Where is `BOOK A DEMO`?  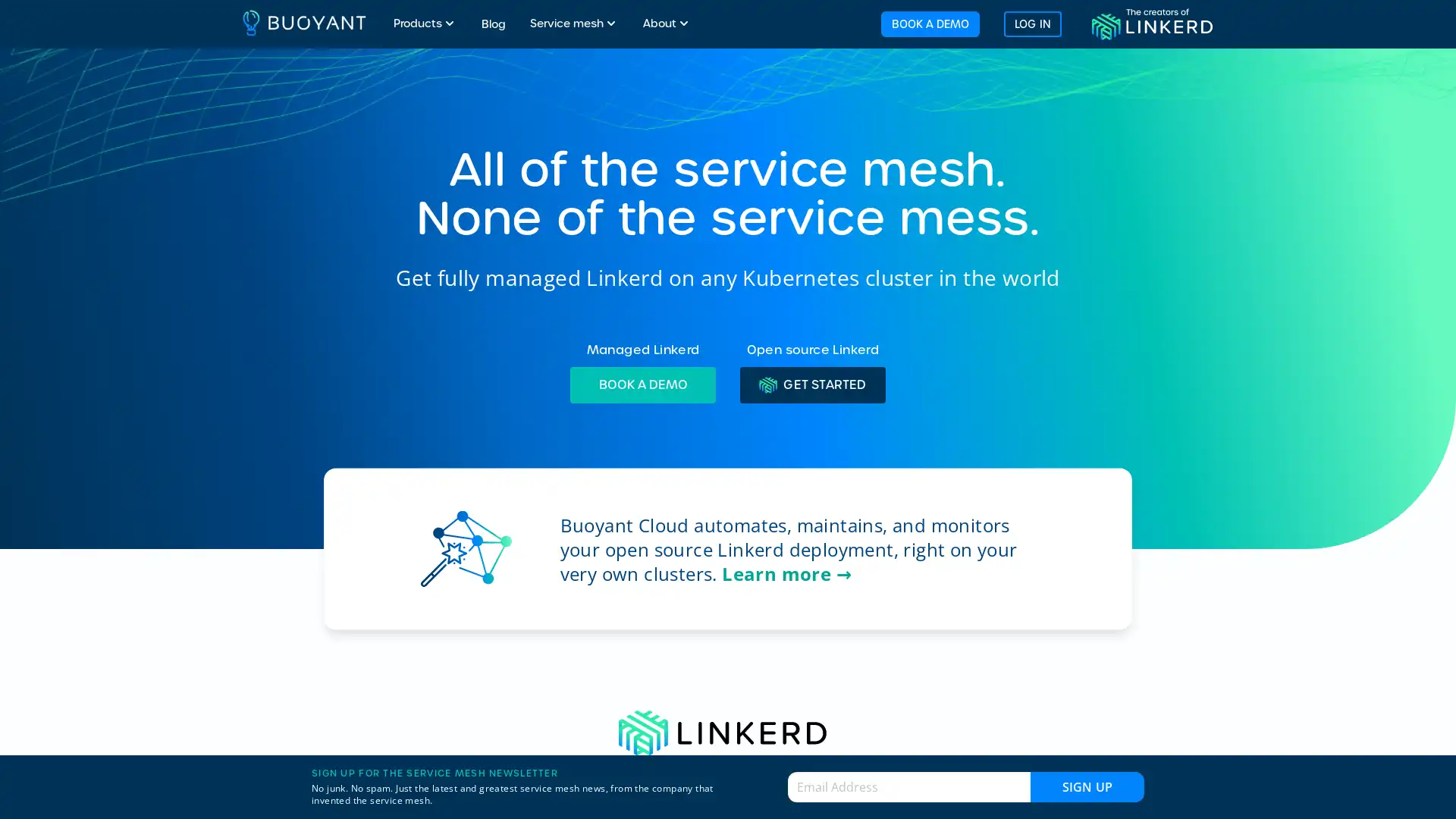
BOOK A DEMO is located at coordinates (928, 23).